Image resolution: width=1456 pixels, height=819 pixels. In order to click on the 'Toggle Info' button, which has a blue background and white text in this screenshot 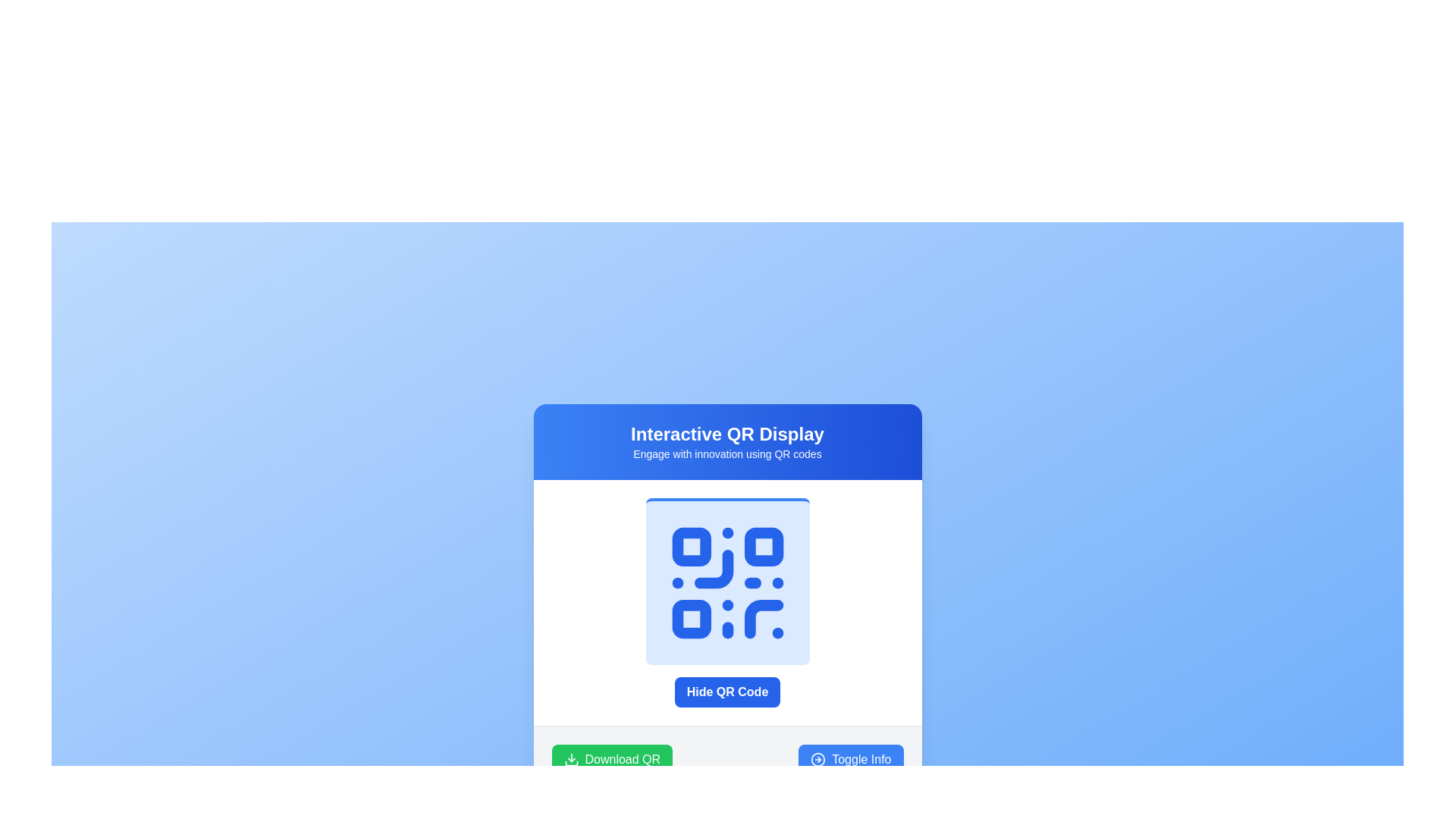, I will do `click(851, 759)`.